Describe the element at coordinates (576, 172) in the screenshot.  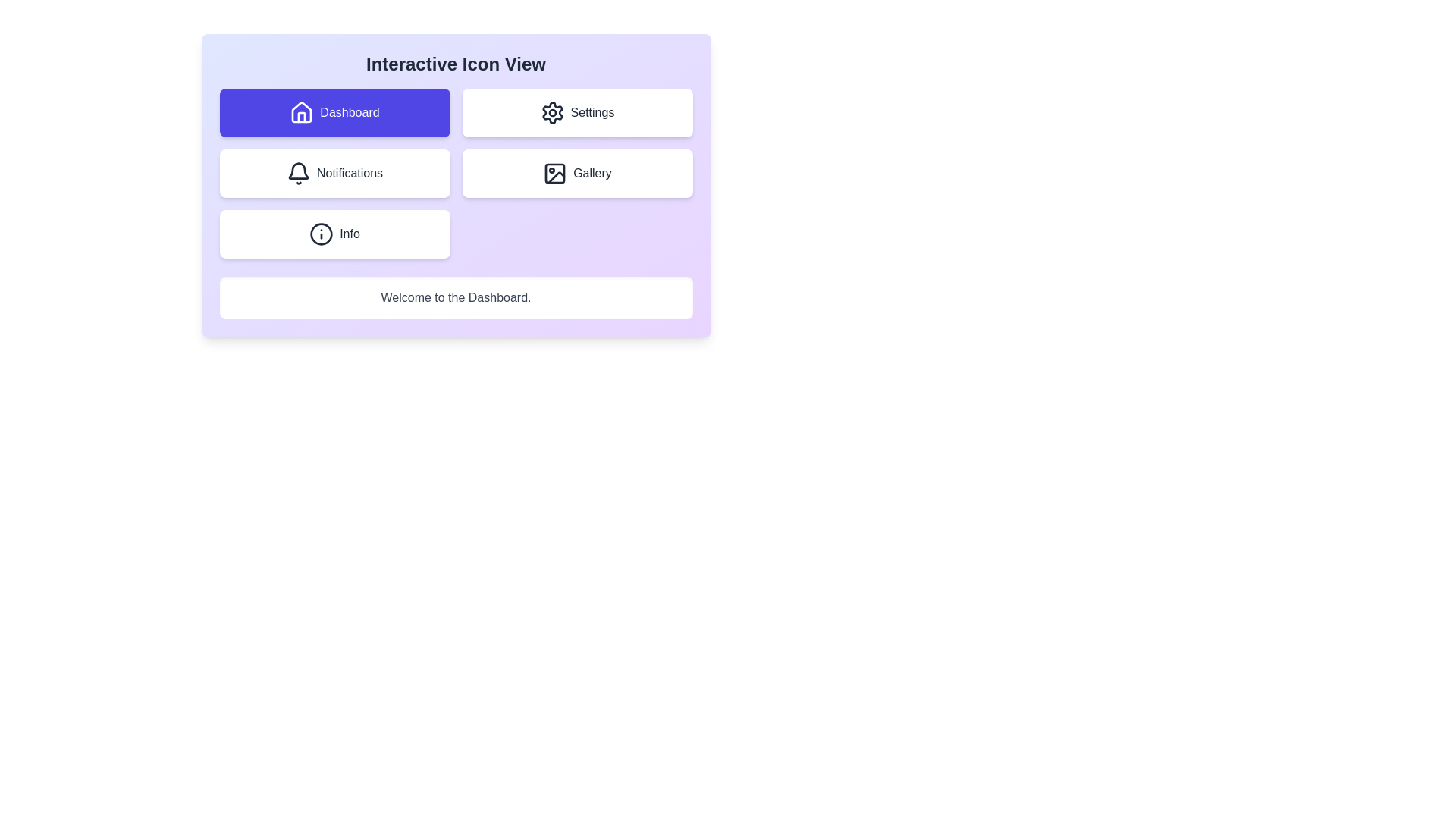
I see `the 'Gallery' button located in the bottom right quadrant of a 2x3 grid, positioned to the right of the 'Notifications' button and above the 'Info' button` at that location.